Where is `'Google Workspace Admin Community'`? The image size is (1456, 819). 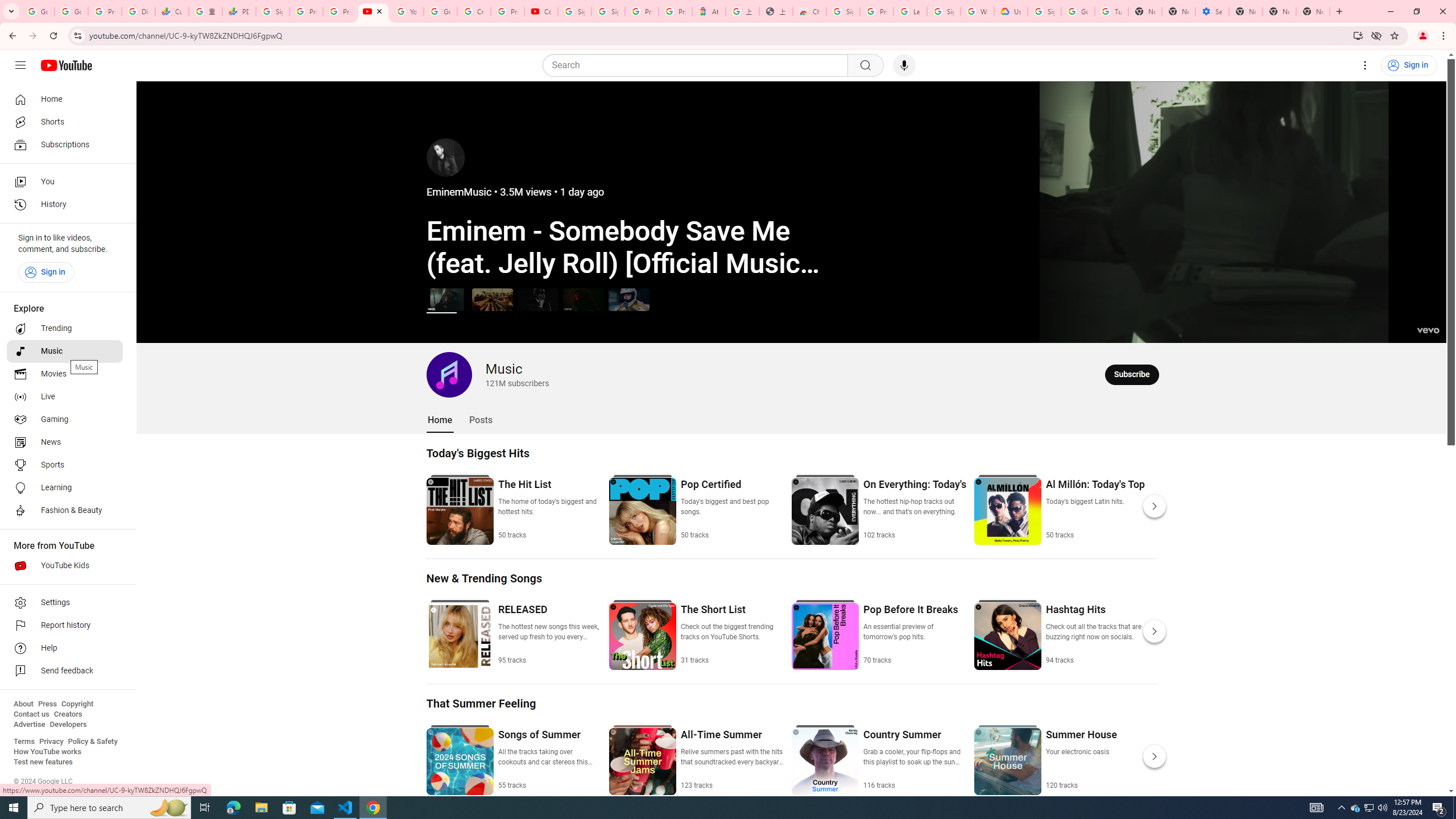
'Google Workspace Admin Community' is located at coordinates (37, 11).